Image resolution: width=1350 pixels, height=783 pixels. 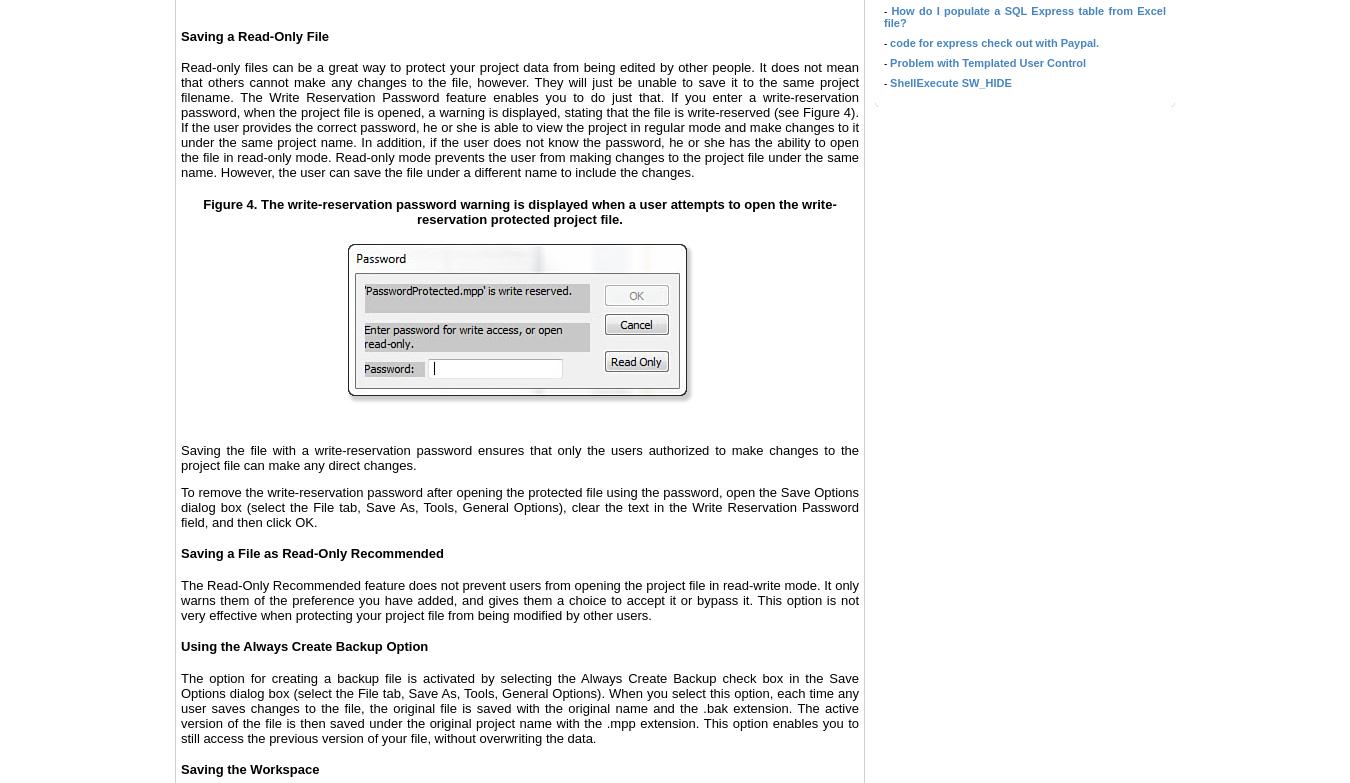 What do you see at coordinates (181, 707) in the screenshot?
I see `'The option for creating a
backup file is activated by selecting the Always Create Backup check box
in the Save Options dialog box (select the File tab, Save As, Tools,
General Options). When you select this option, each time any user saves
changes to the file, the original file is saved with the original name
and the .bak extension. The active version of the file is then saved
under the original project name with the .mpp extension. This option
enables you to still access the previous version of your file, without
overwriting the data.'` at bounding box center [181, 707].